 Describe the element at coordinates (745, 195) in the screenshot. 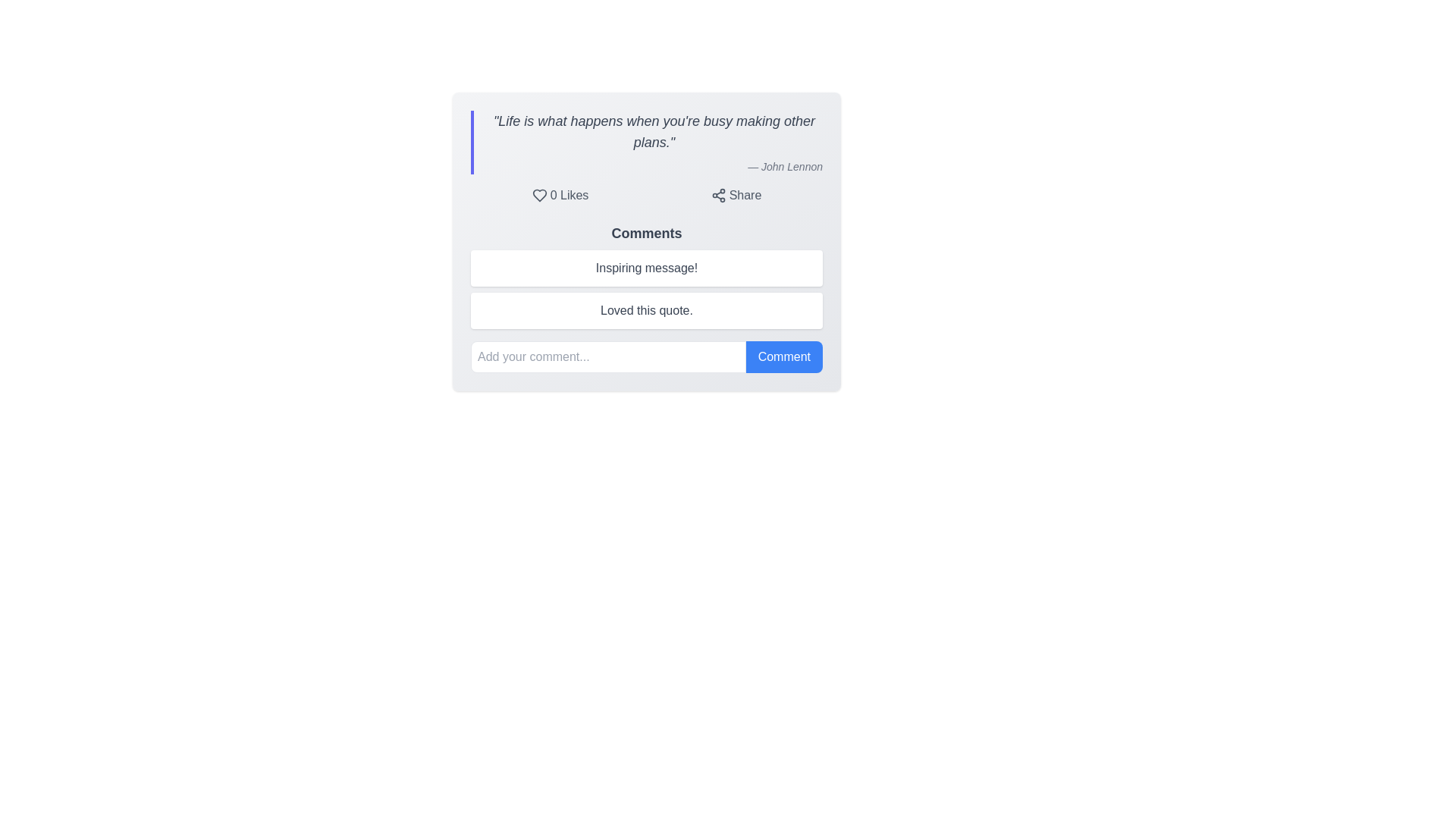

I see `the descriptive label for the sharing function positioned to the right of the share icon in the quote section` at that location.